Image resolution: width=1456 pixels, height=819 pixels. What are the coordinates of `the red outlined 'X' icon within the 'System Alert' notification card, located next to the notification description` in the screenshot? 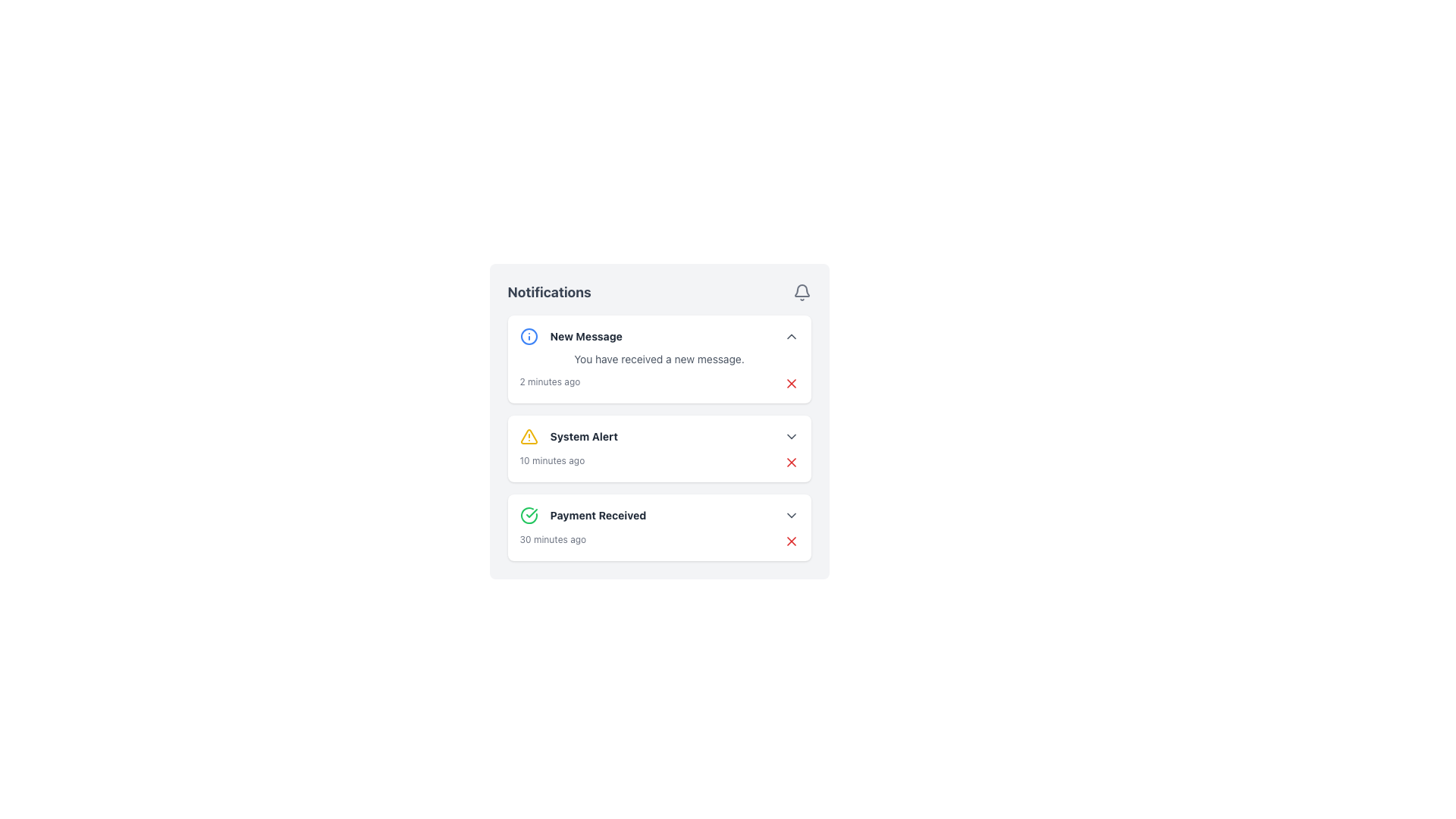 It's located at (790, 540).